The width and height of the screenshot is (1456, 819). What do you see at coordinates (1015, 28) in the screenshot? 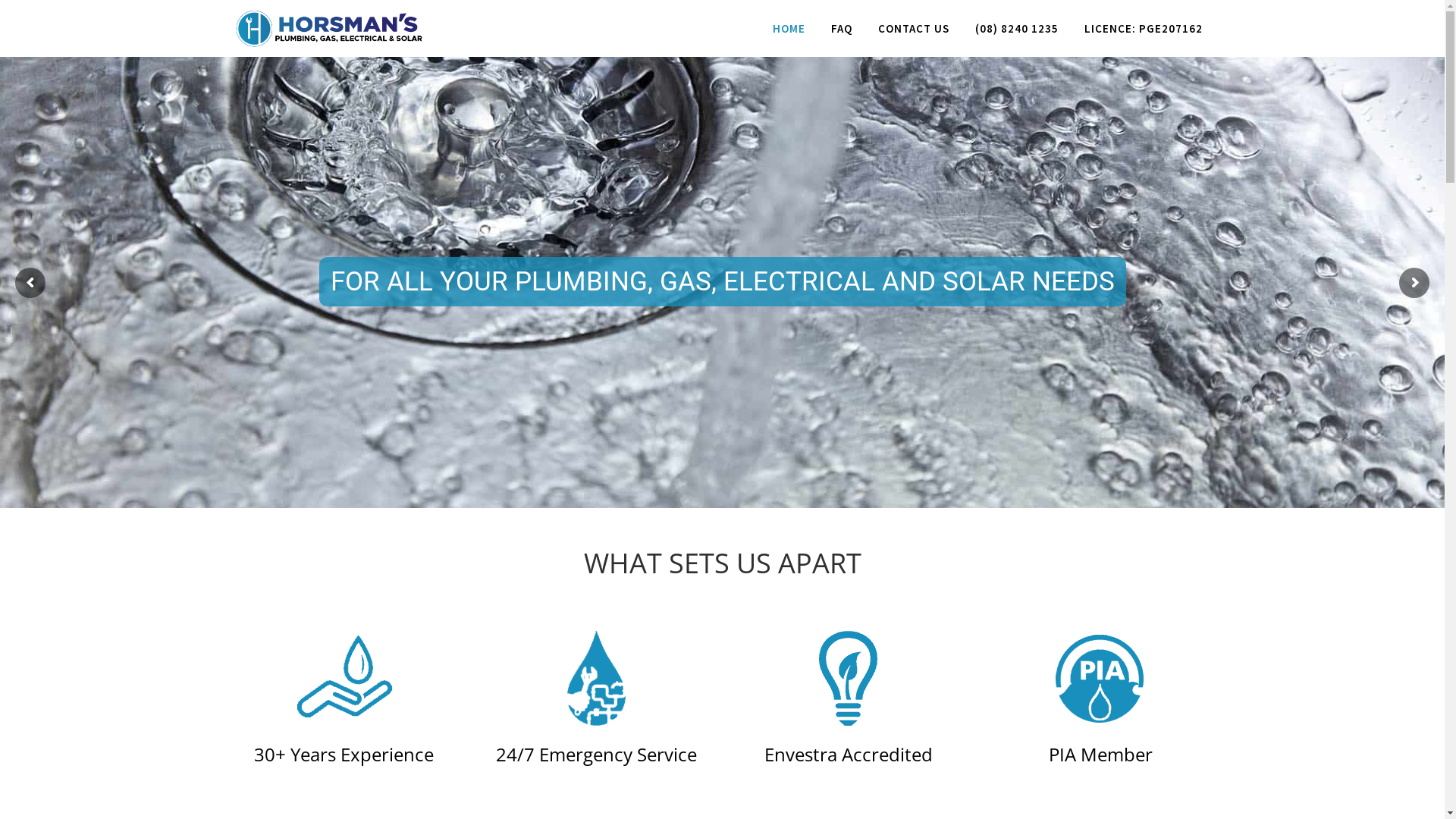
I see `'(08) 8240 1235'` at bounding box center [1015, 28].